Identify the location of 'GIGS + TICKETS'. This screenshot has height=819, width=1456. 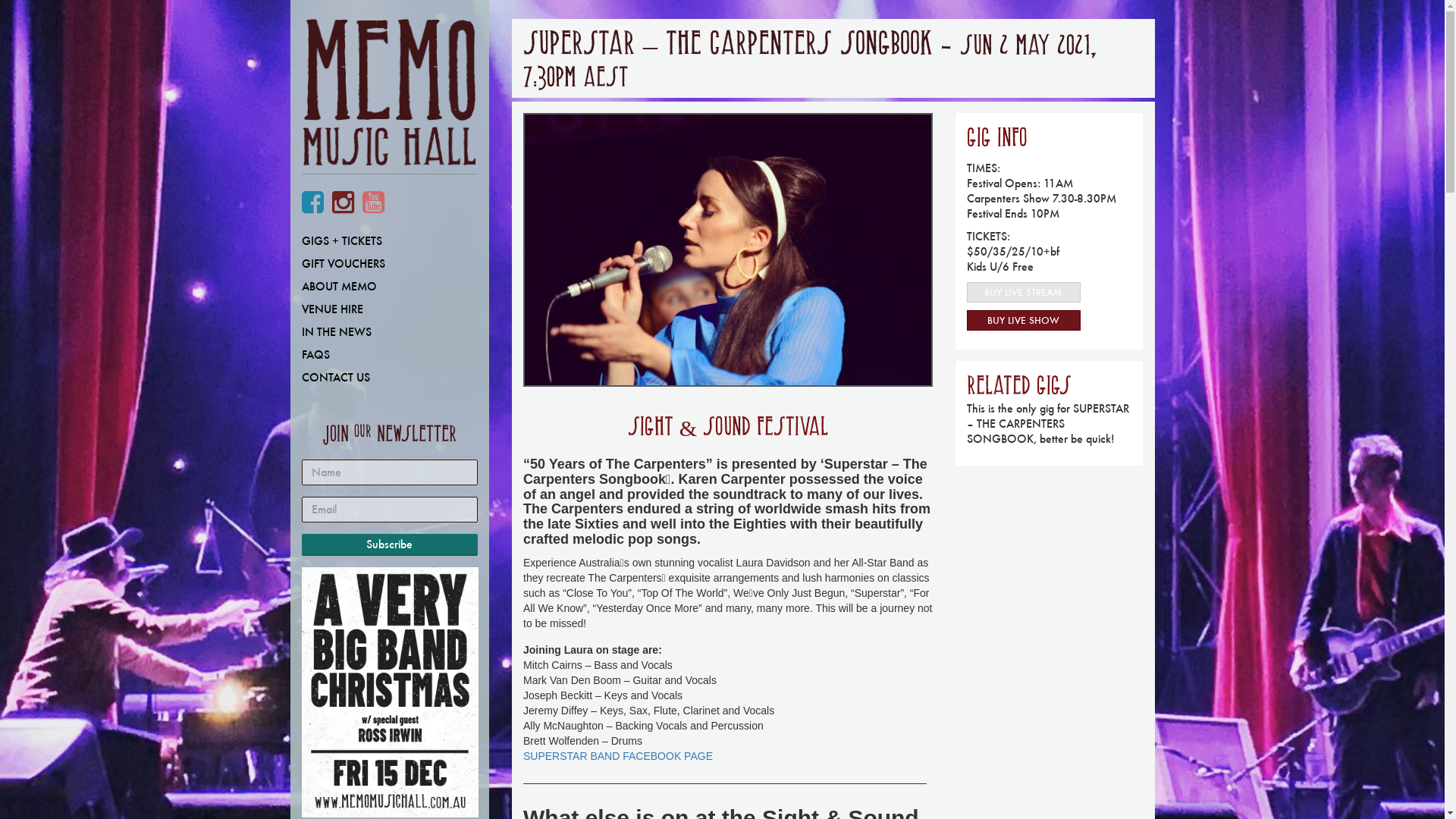
(389, 240).